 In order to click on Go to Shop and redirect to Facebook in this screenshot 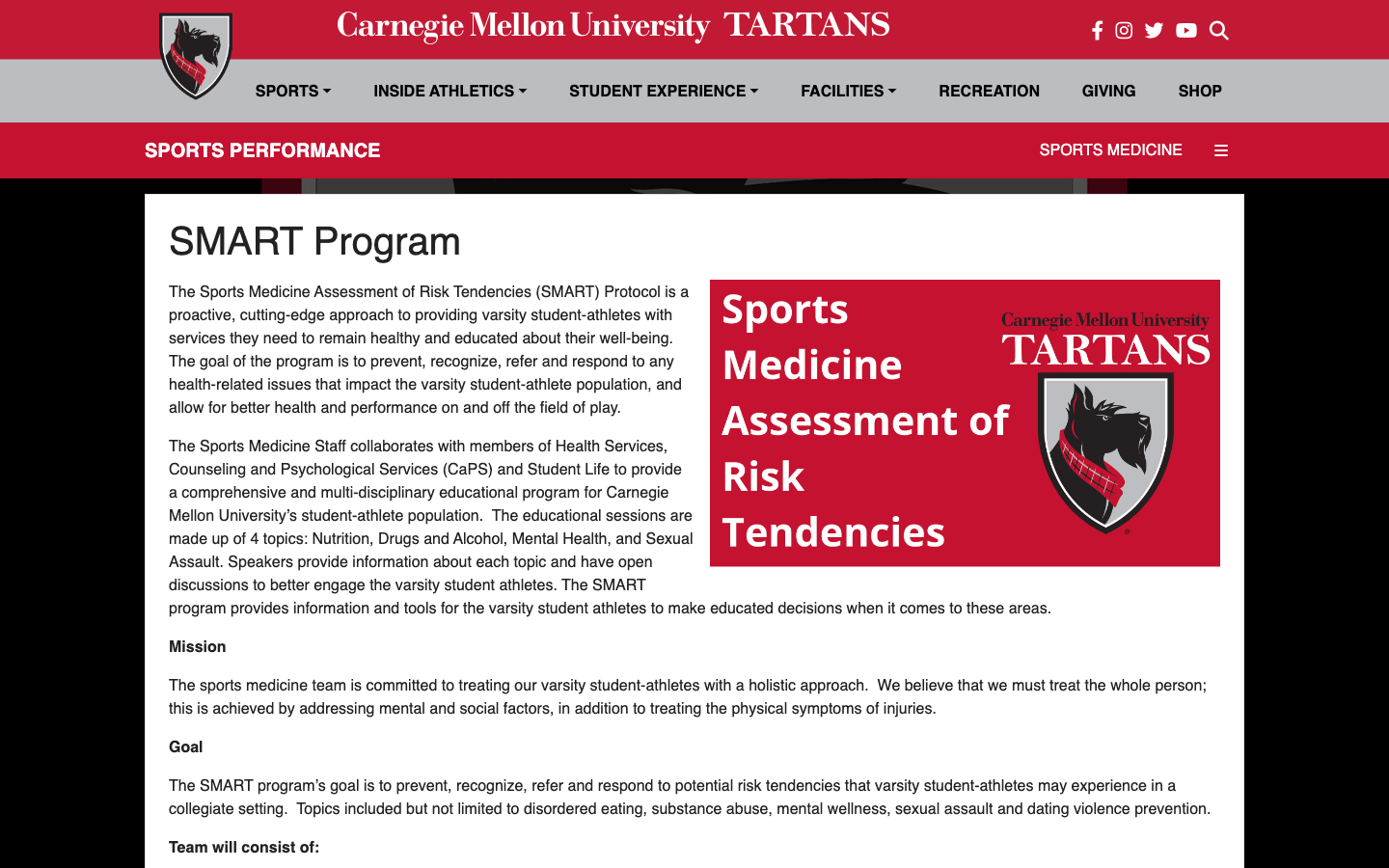, I will do `click(1199, 90)`.